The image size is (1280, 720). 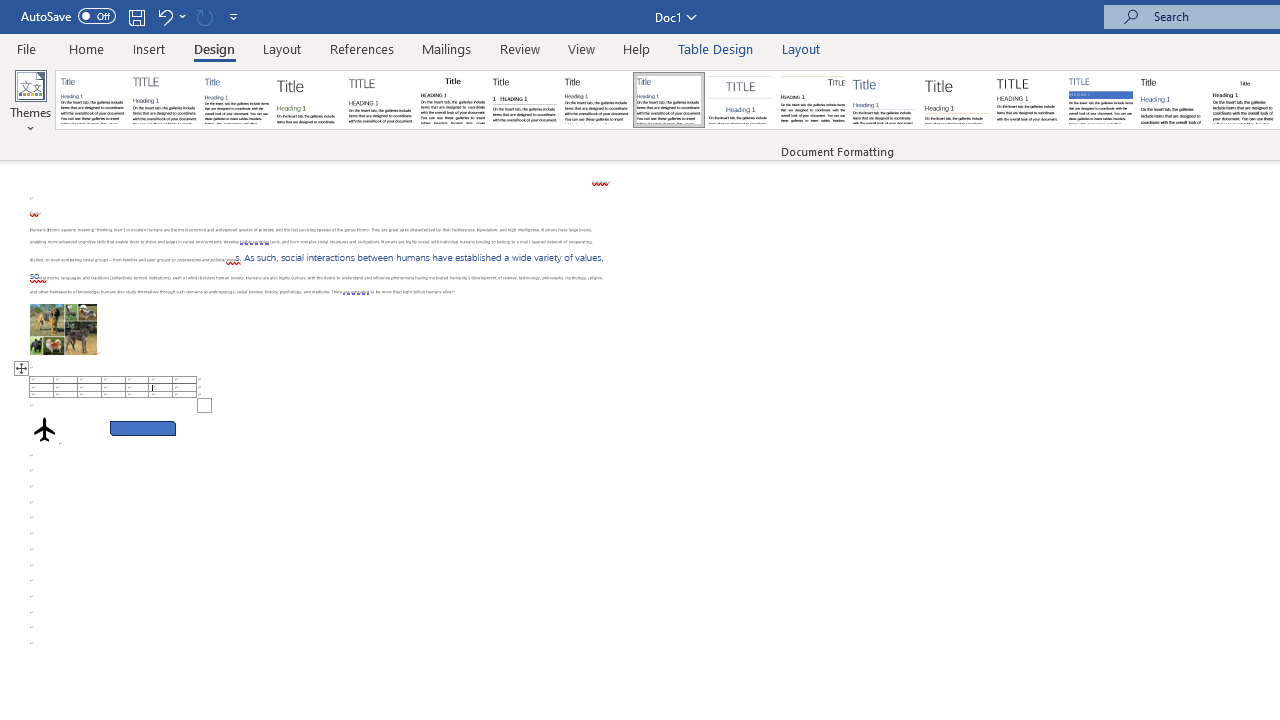 I want to click on 'Basic (Elegant)', so click(x=165, y=100).